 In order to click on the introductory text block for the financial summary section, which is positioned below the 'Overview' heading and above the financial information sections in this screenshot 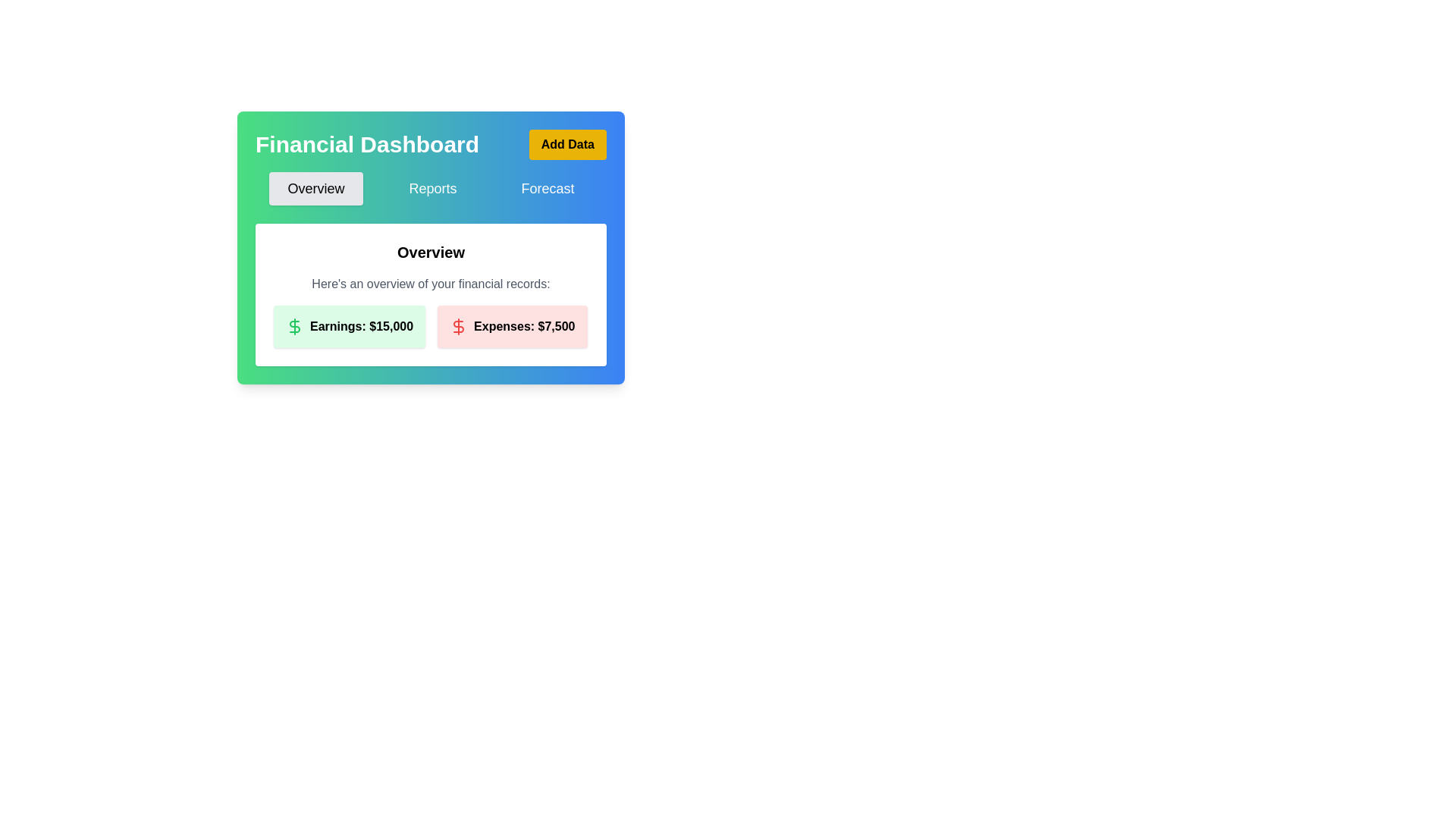, I will do `click(430, 284)`.